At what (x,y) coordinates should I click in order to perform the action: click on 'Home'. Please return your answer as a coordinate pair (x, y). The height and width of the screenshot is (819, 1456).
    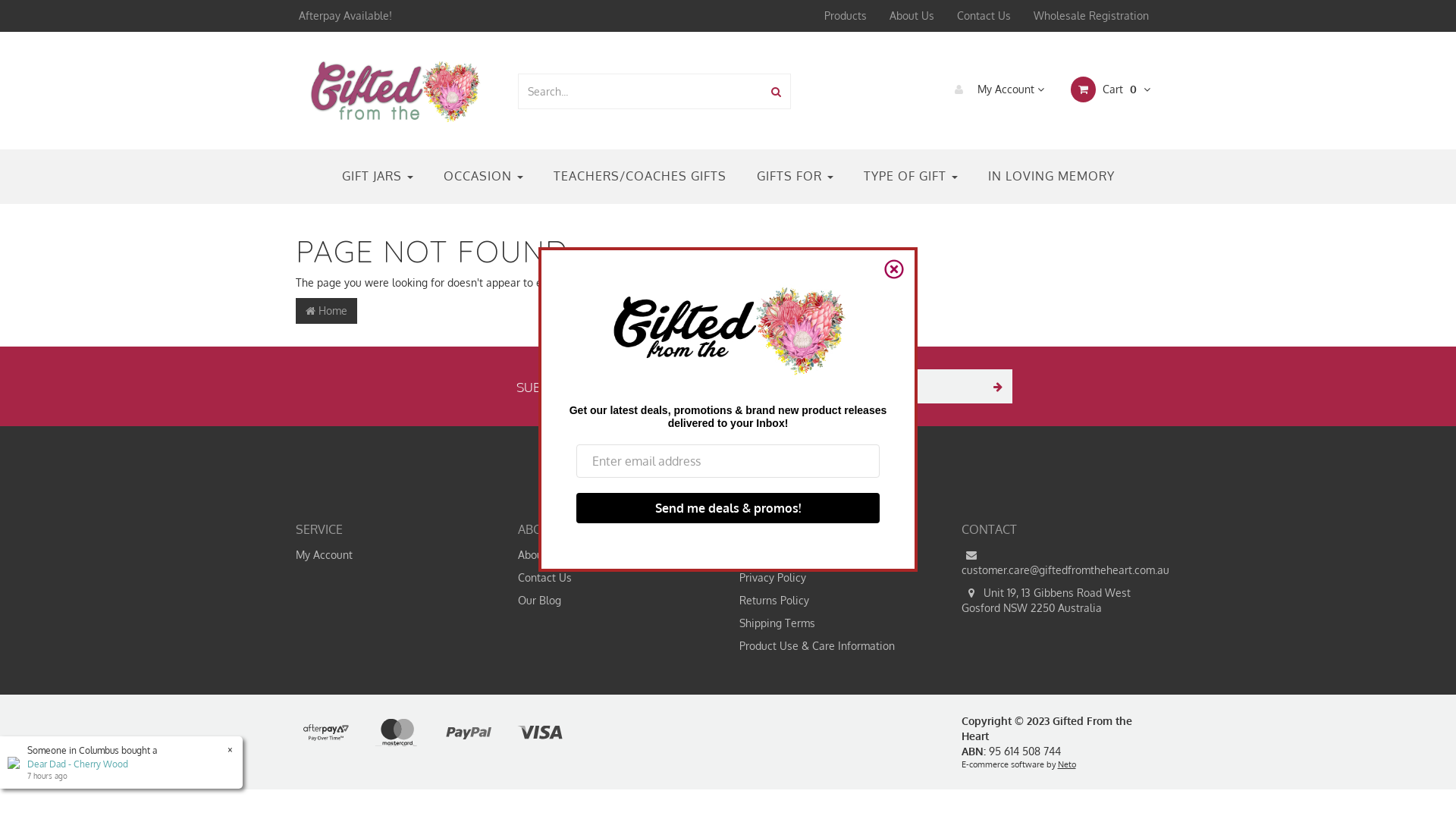
    Looking at the image, I should click on (325, 309).